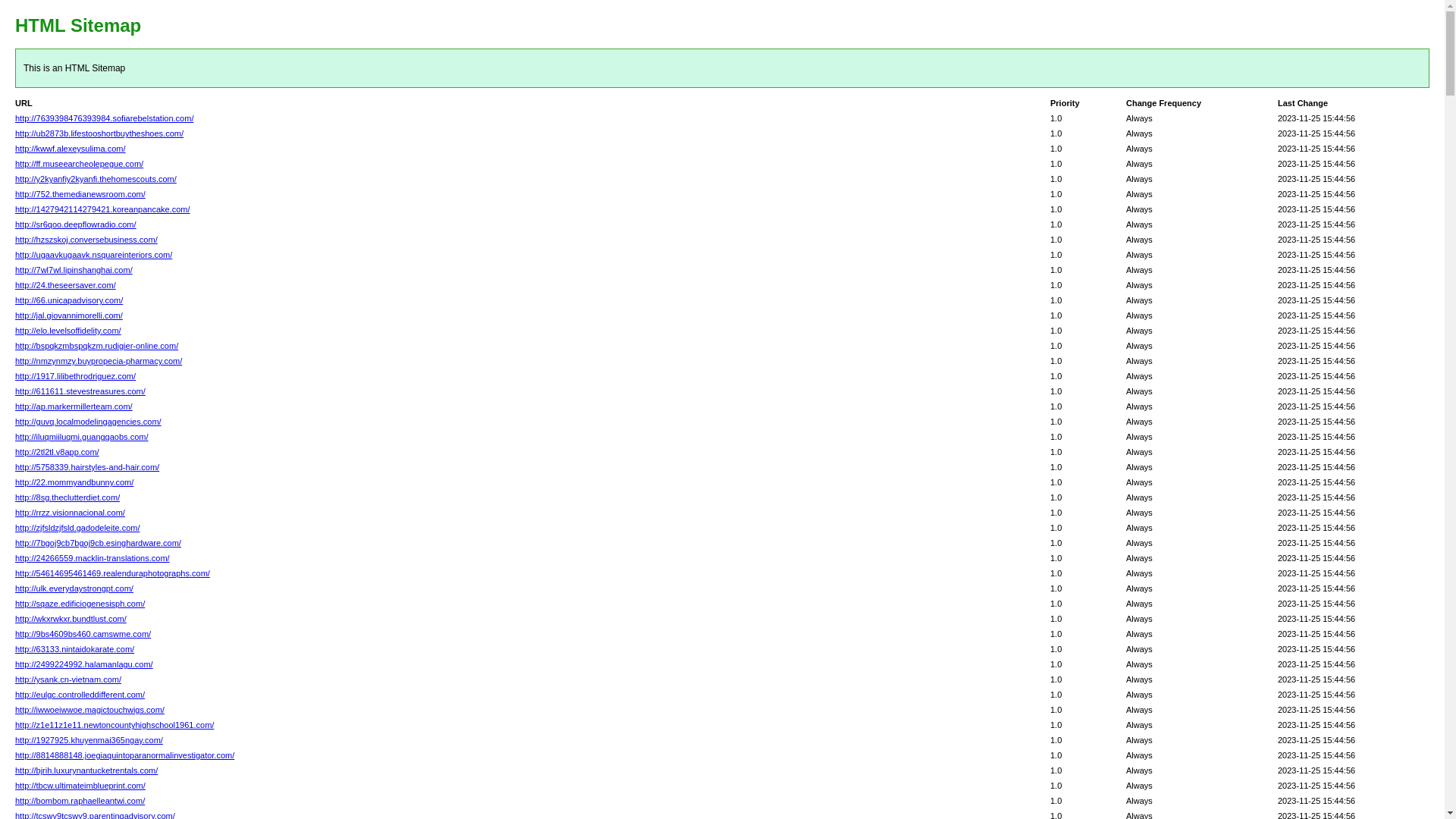 The width and height of the screenshot is (1456, 819). Describe the element at coordinates (67, 678) in the screenshot. I see `'http://ysank.cn-vietnam.com/'` at that location.